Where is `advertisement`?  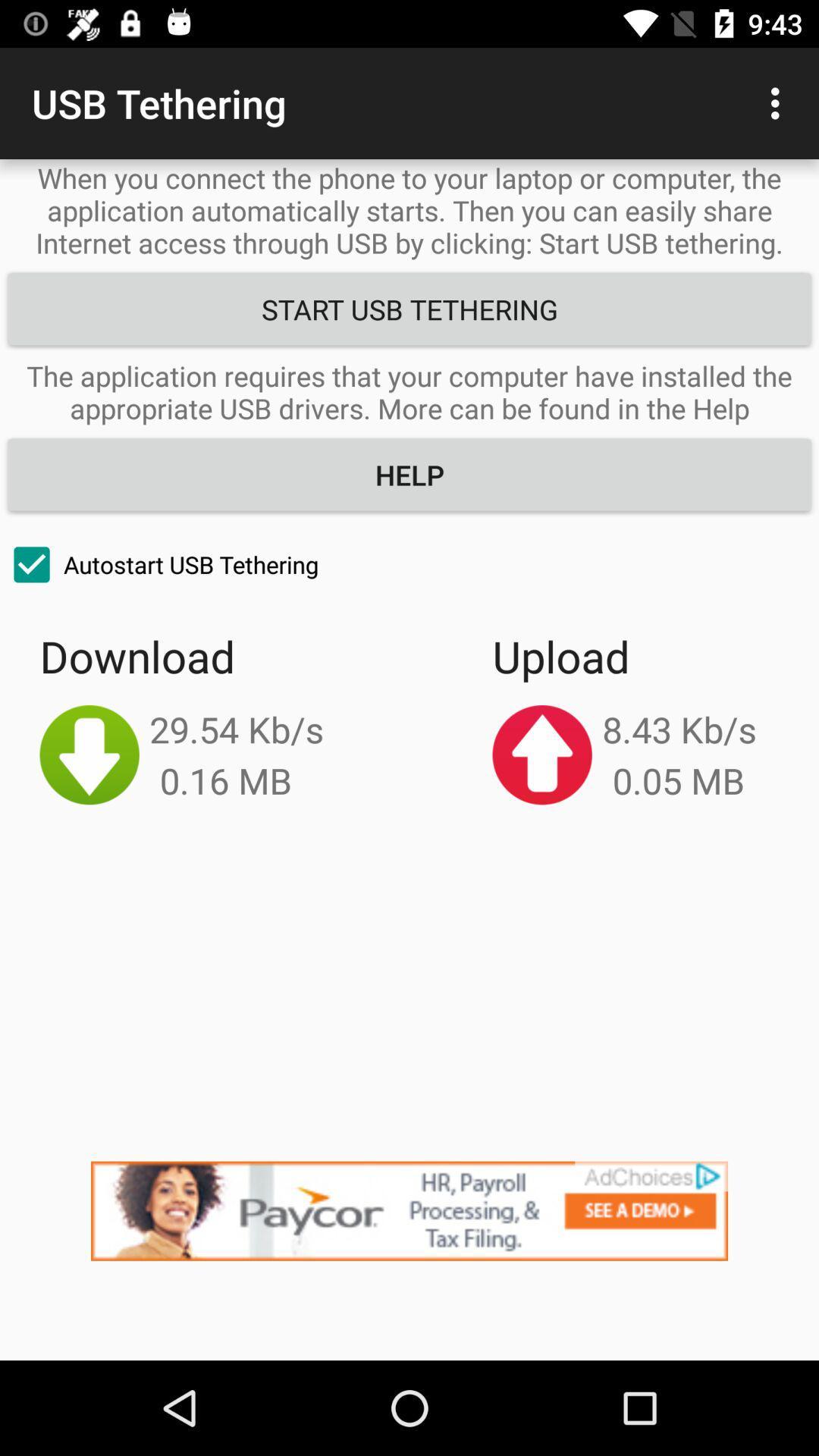
advertisement is located at coordinates (409, 1260).